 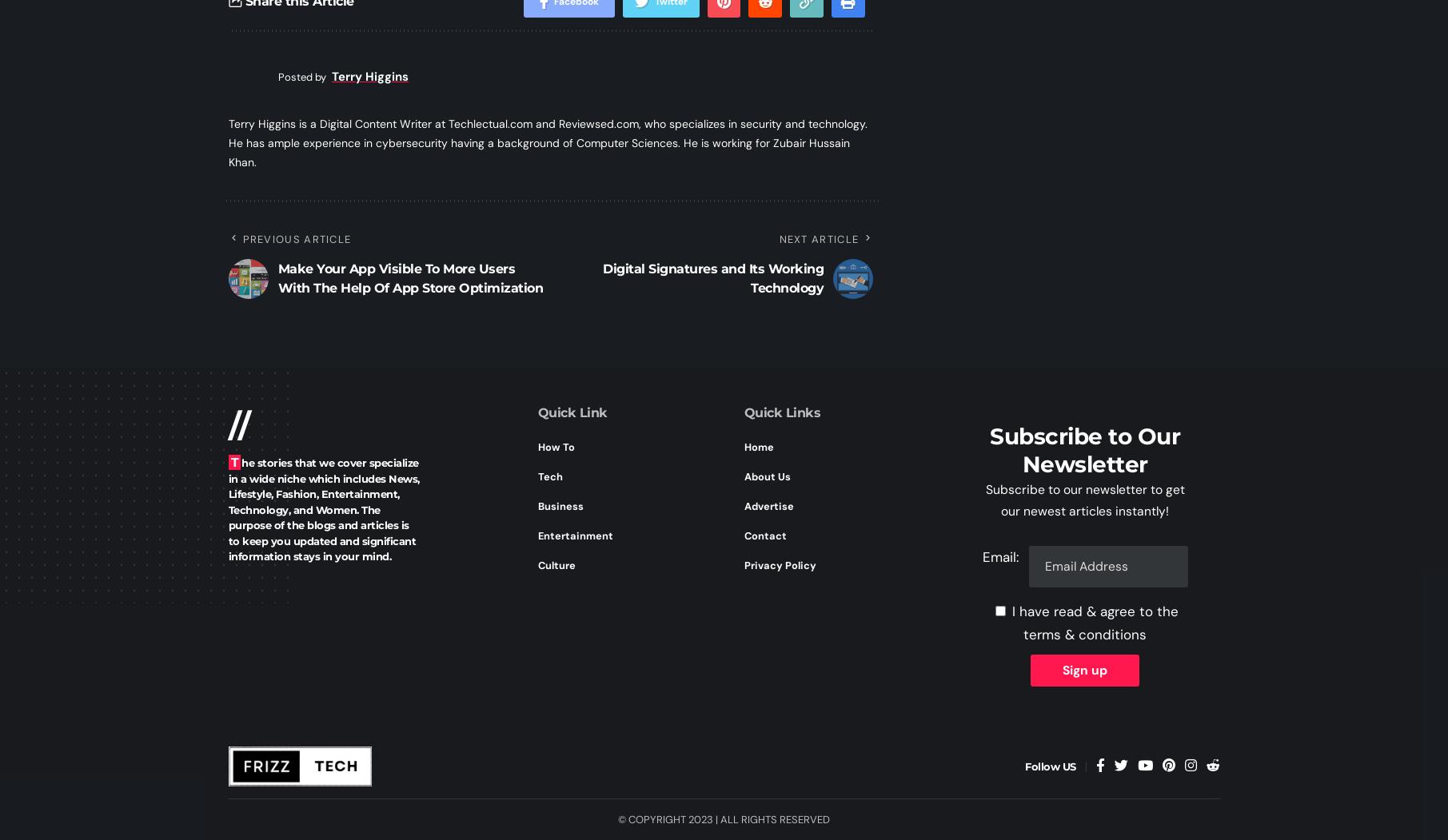 What do you see at coordinates (560, 504) in the screenshot?
I see `'Business'` at bounding box center [560, 504].